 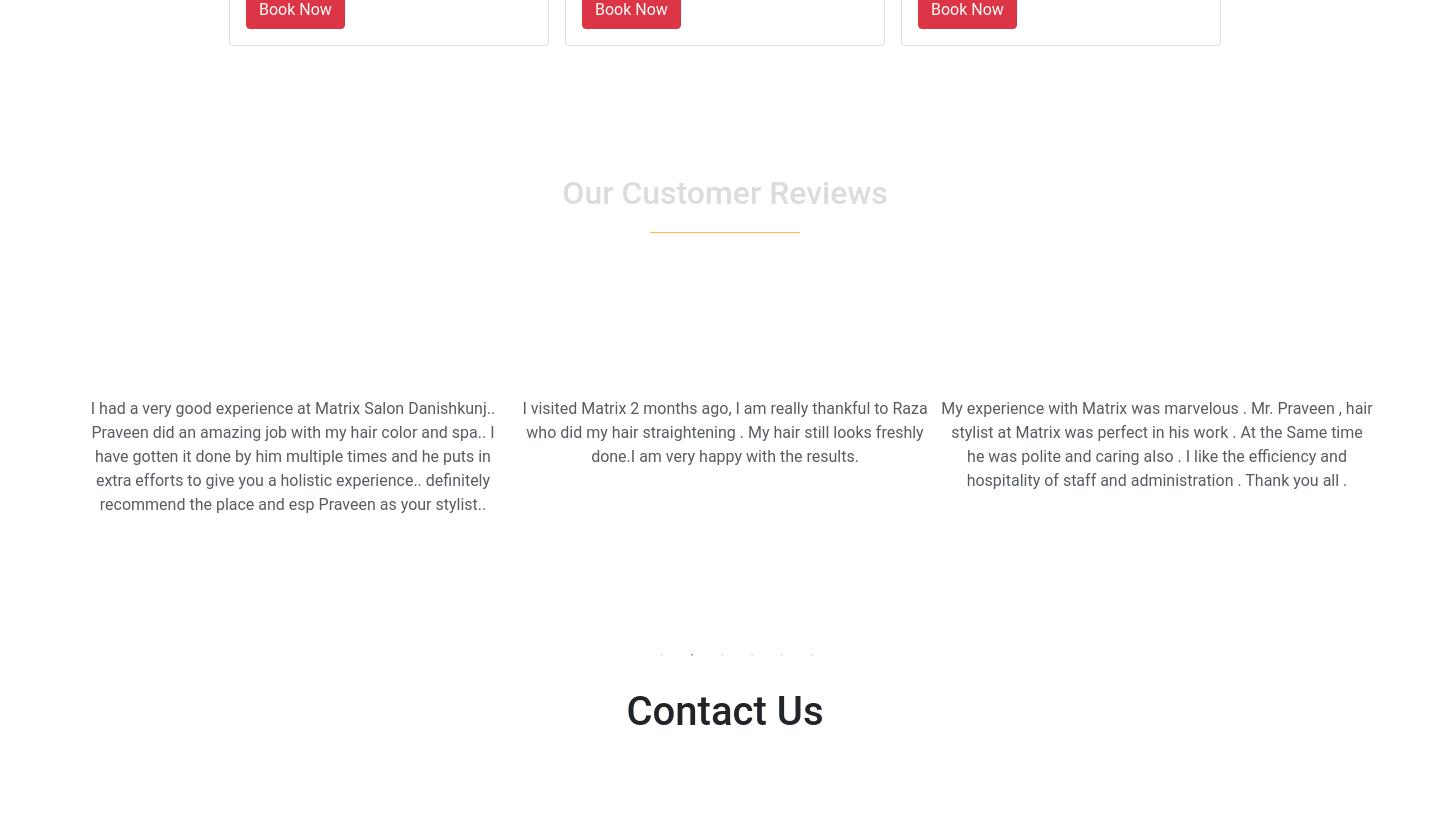 What do you see at coordinates (171, 759) in the screenshot?
I see `'Matrix Flagship Salon'` at bounding box center [171, 759].